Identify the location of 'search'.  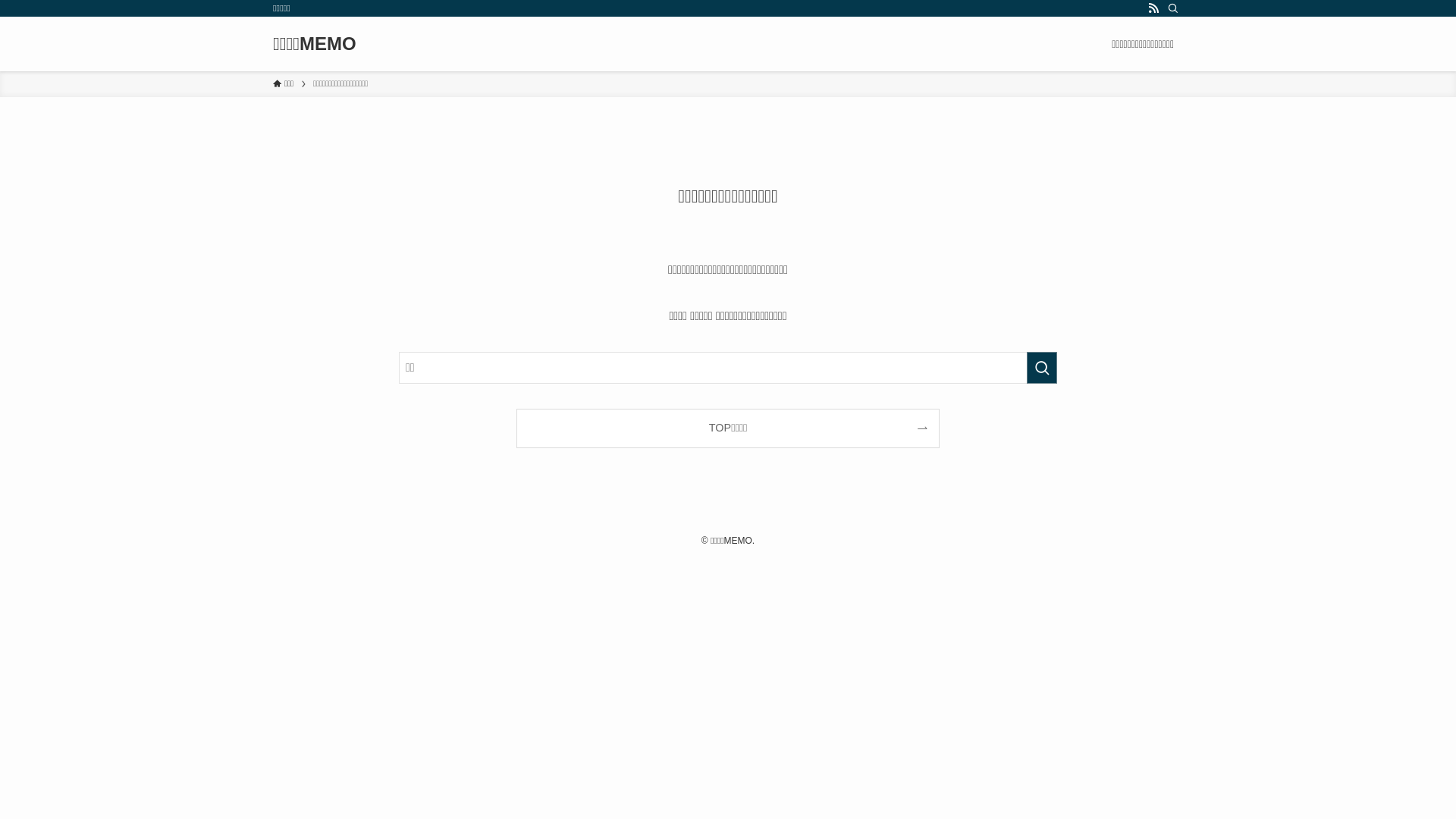
(912, 421).